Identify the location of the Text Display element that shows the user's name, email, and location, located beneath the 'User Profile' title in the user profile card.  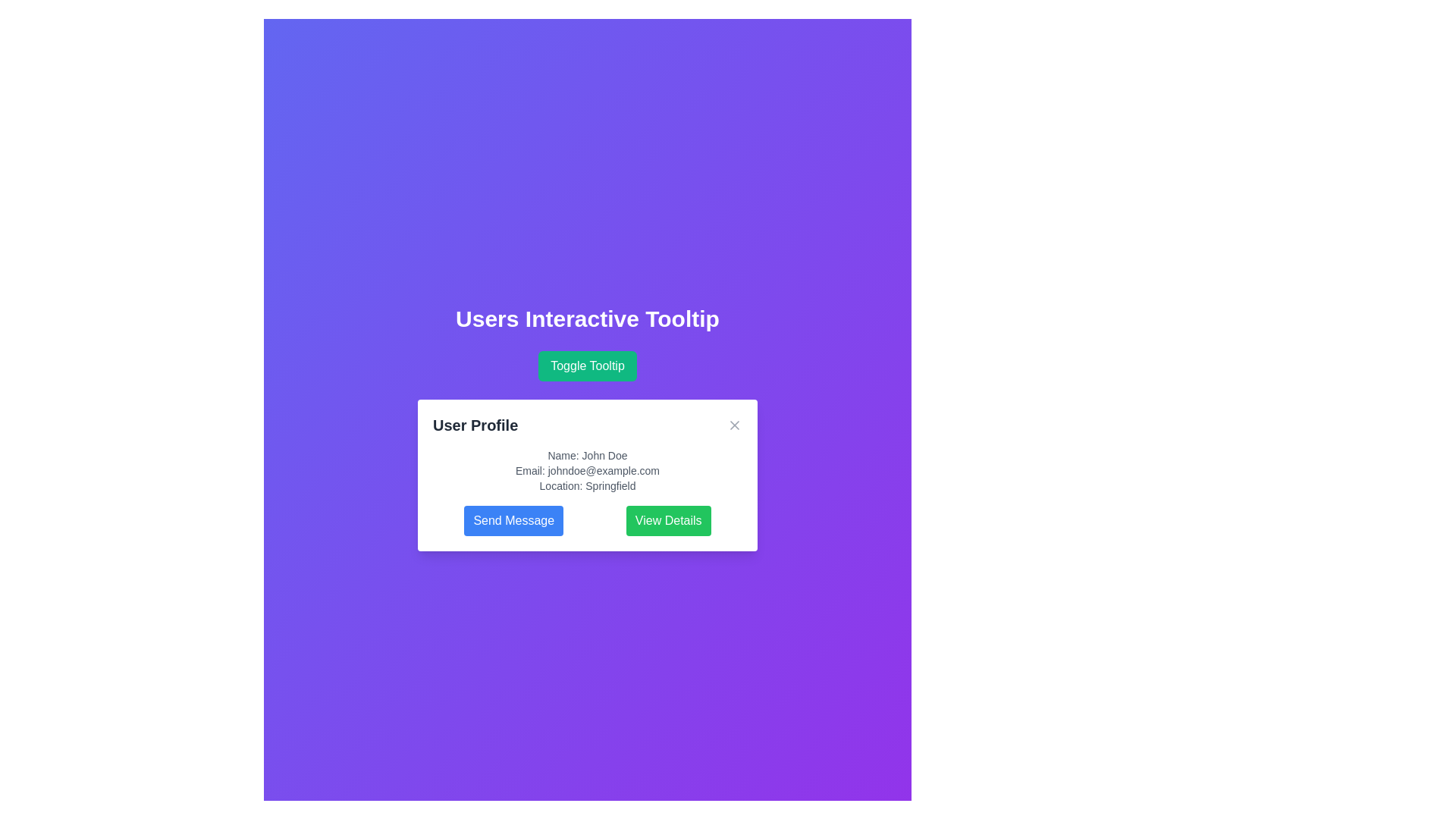
(586, 470).